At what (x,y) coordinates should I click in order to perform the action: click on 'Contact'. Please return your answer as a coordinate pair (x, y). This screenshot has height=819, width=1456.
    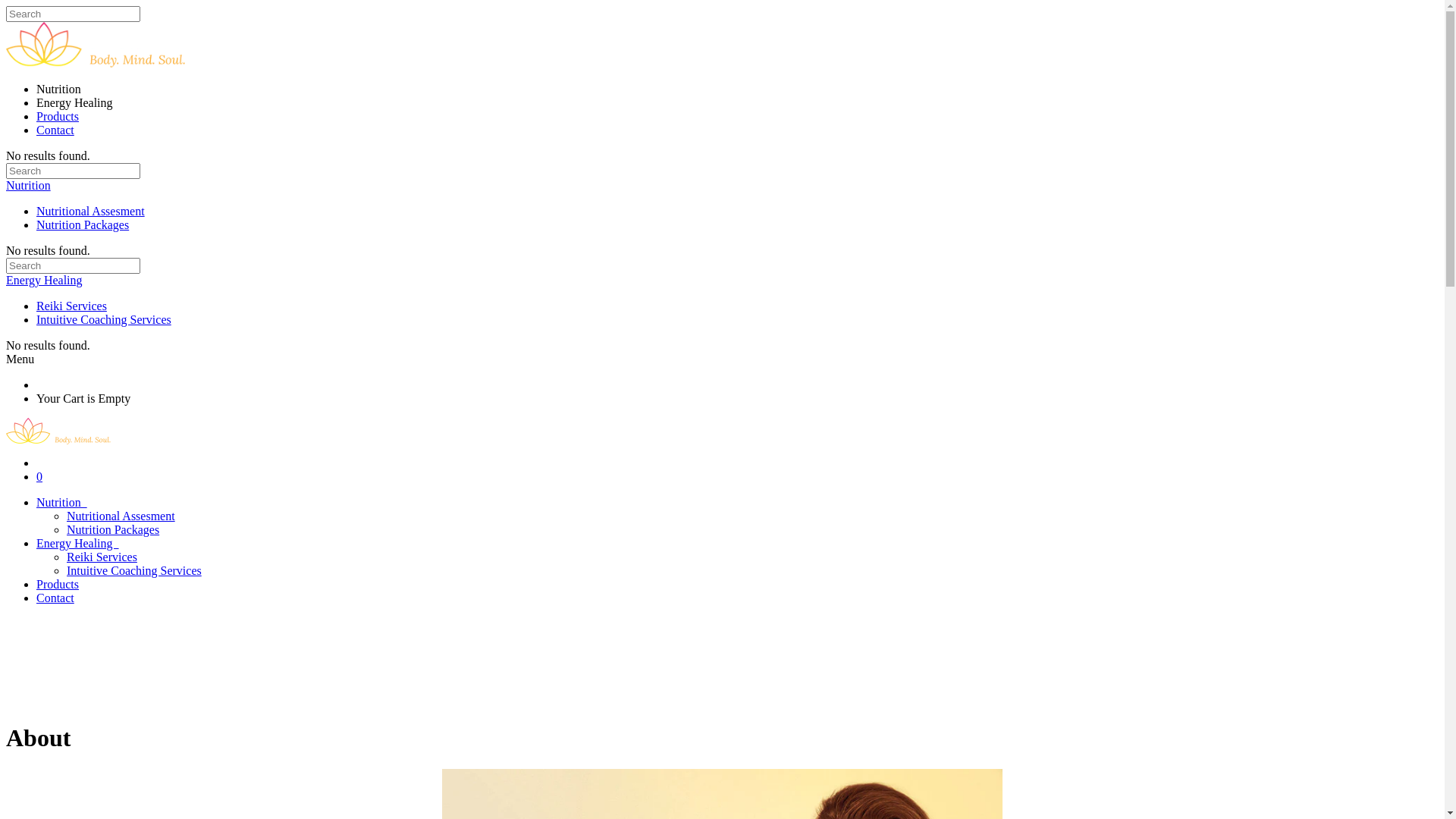
    Looking at the image, I should click on (36, 597).